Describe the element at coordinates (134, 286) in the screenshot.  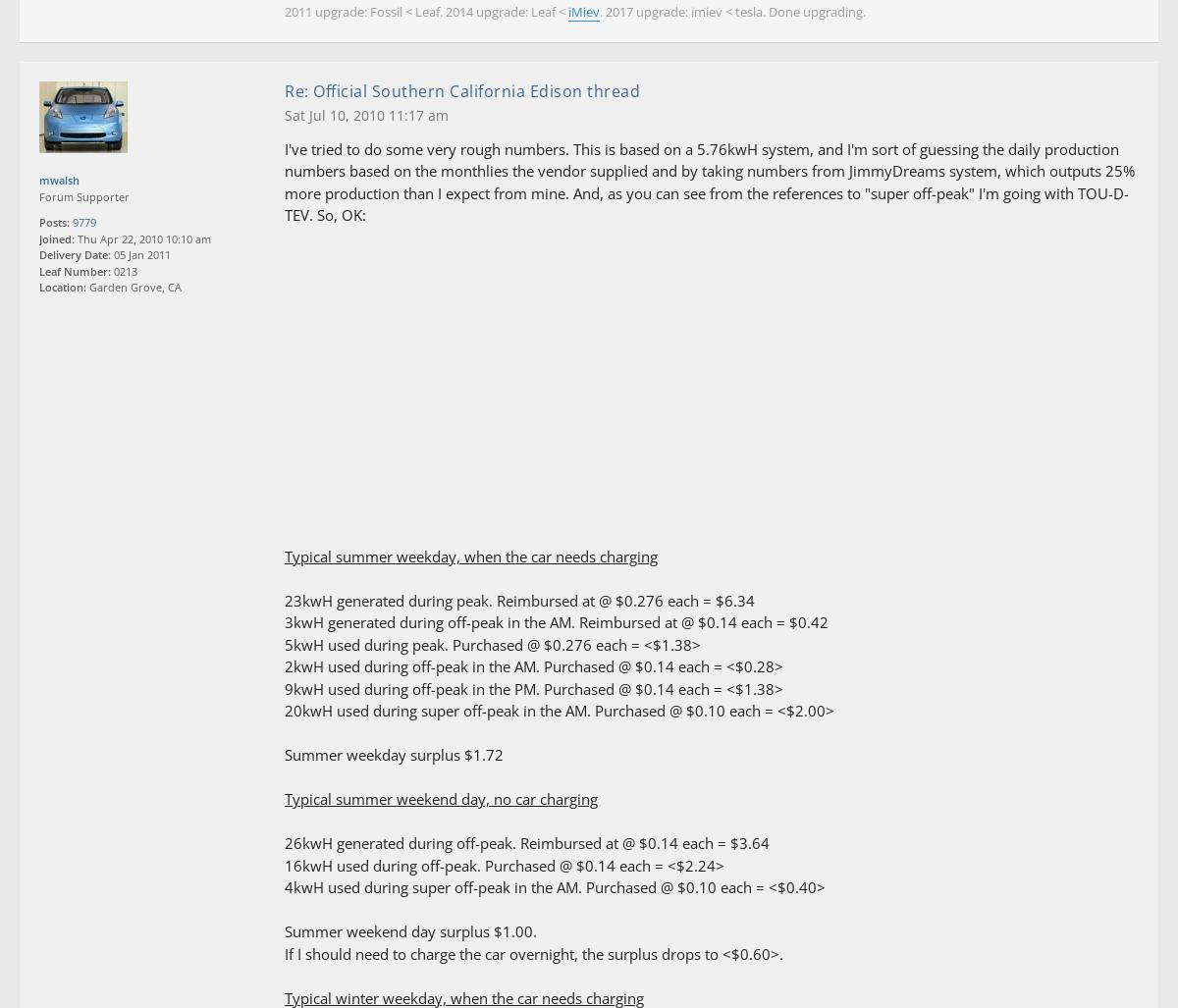
I see `'Garden Grove, CA'` at that location.